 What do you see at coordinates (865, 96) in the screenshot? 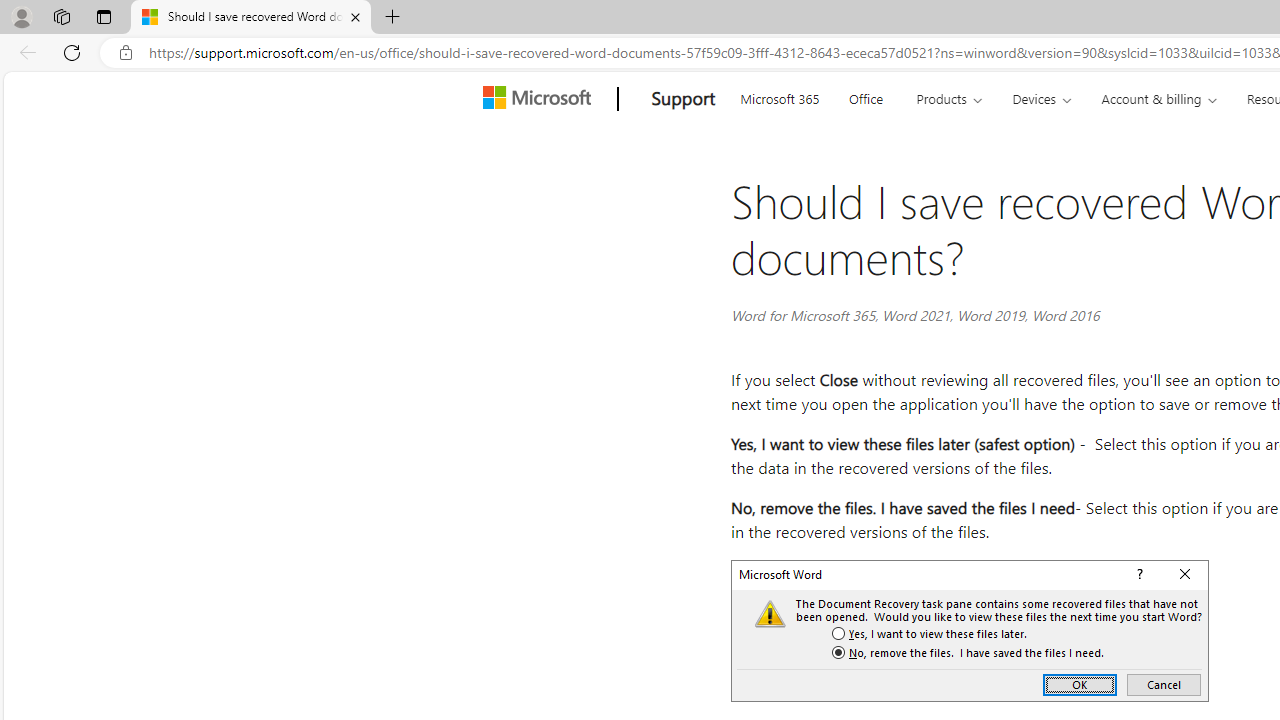
I see `'Office'` at bounding box center [865, 96].